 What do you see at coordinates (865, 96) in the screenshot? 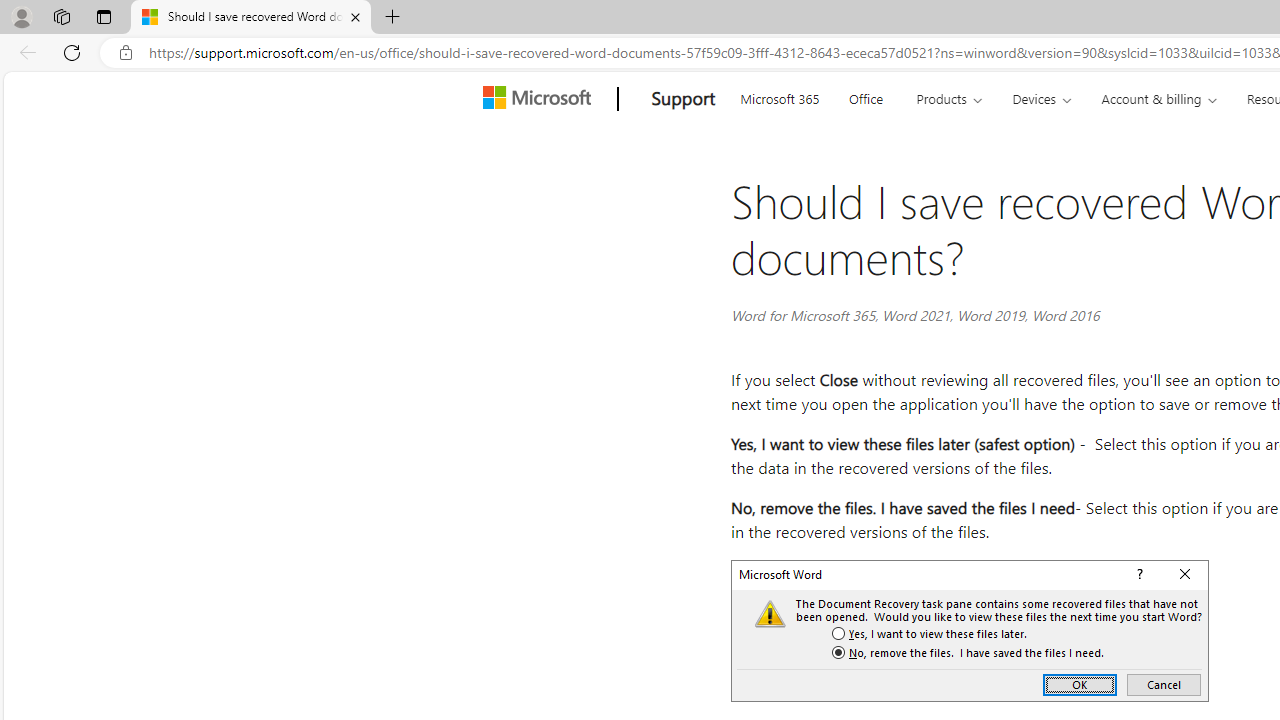
I see `'Office'` at bounding box center [865, 96].